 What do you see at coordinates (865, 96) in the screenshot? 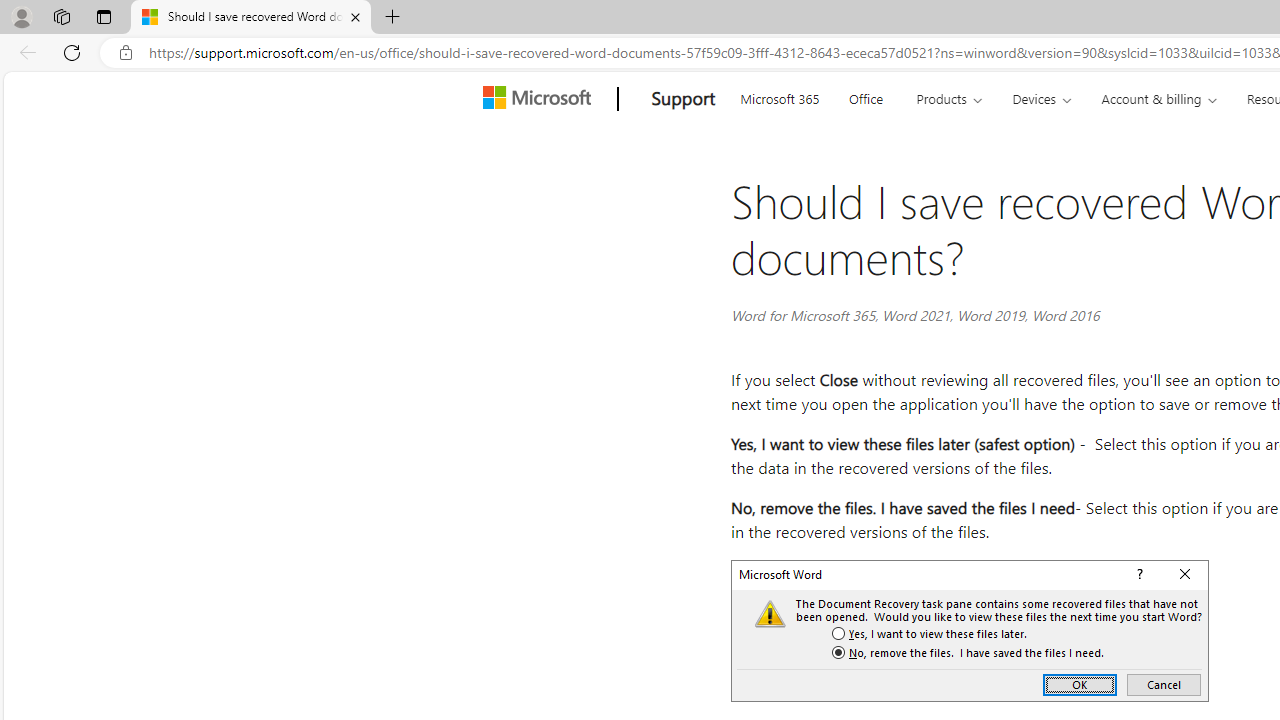
I see `'Office'` at bounding box center [865, 96].